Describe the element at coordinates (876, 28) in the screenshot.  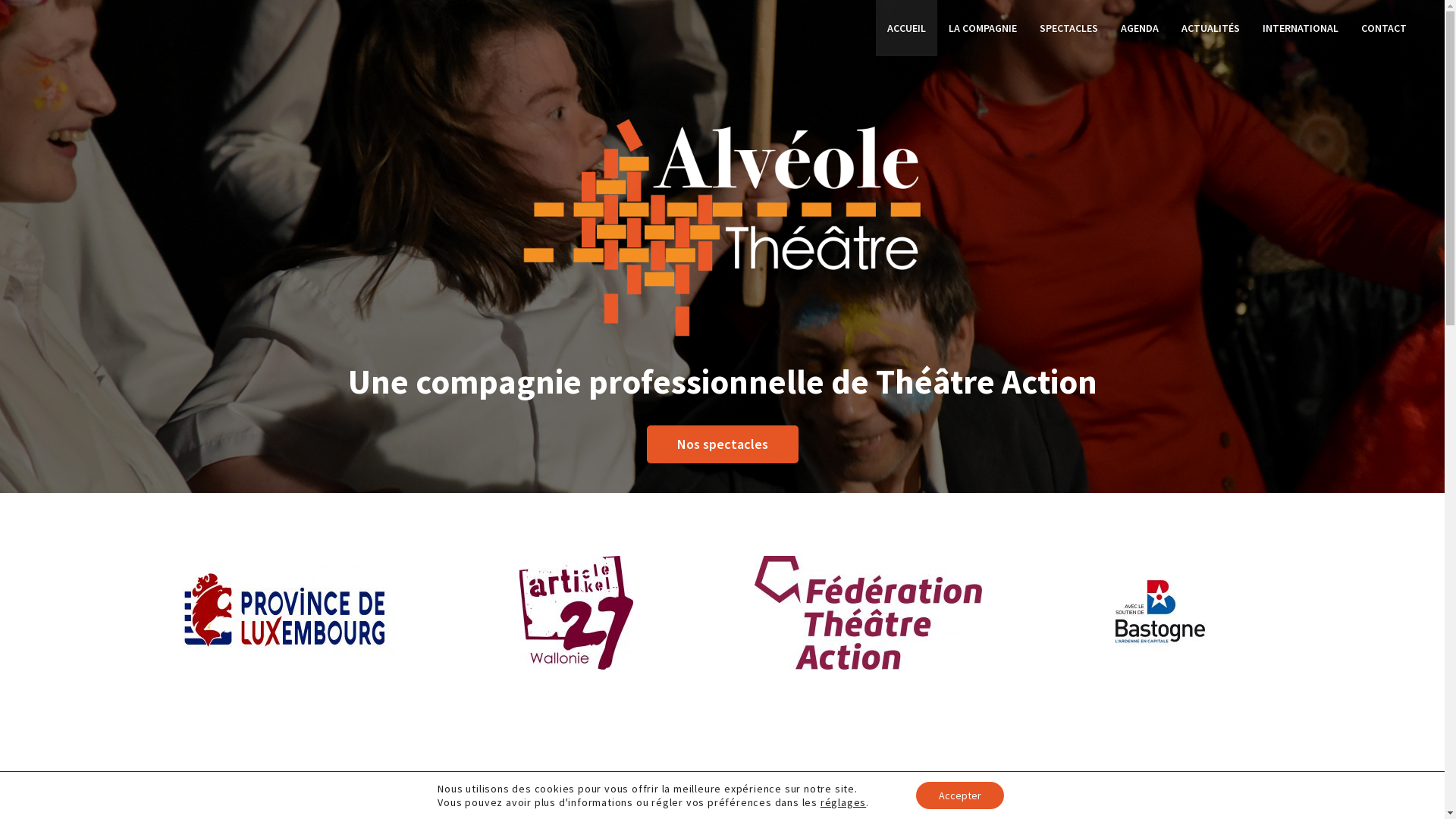
I see `'ACCUEIL'` at that location.